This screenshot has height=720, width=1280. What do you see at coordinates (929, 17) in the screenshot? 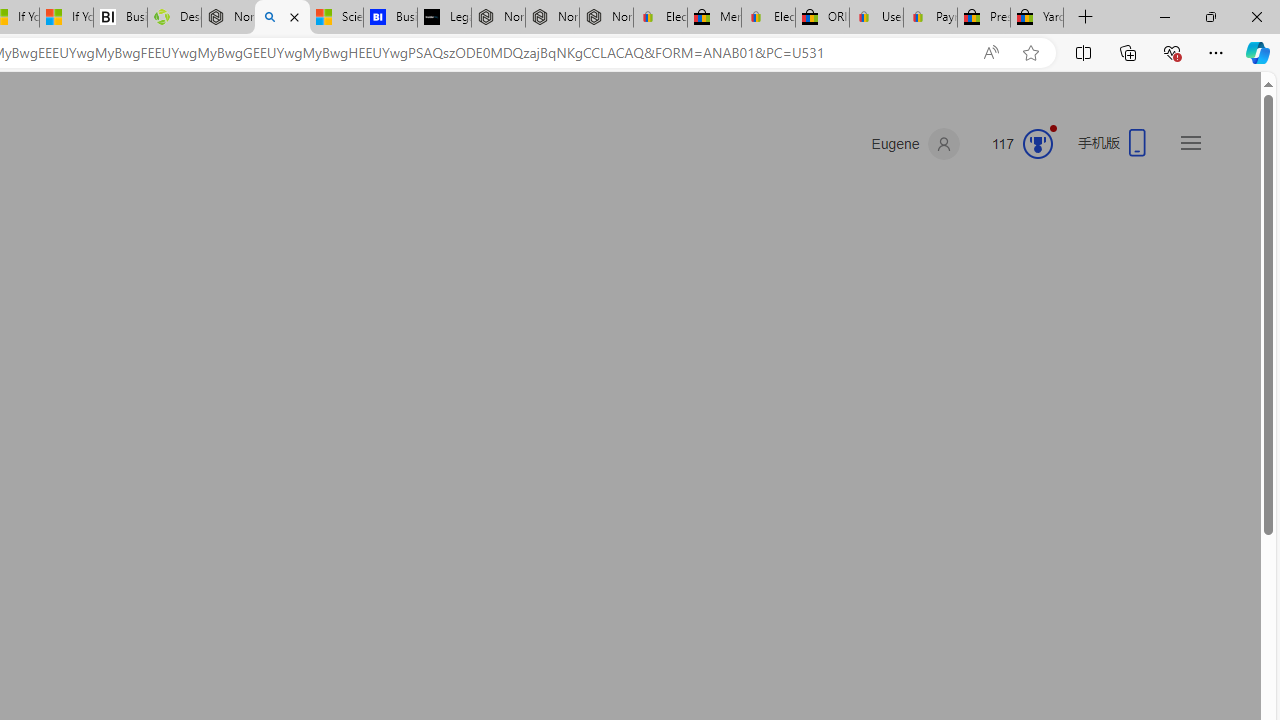
I see `'Payments Terms of Use | eBay.com'` at bounding box center [929, 17].